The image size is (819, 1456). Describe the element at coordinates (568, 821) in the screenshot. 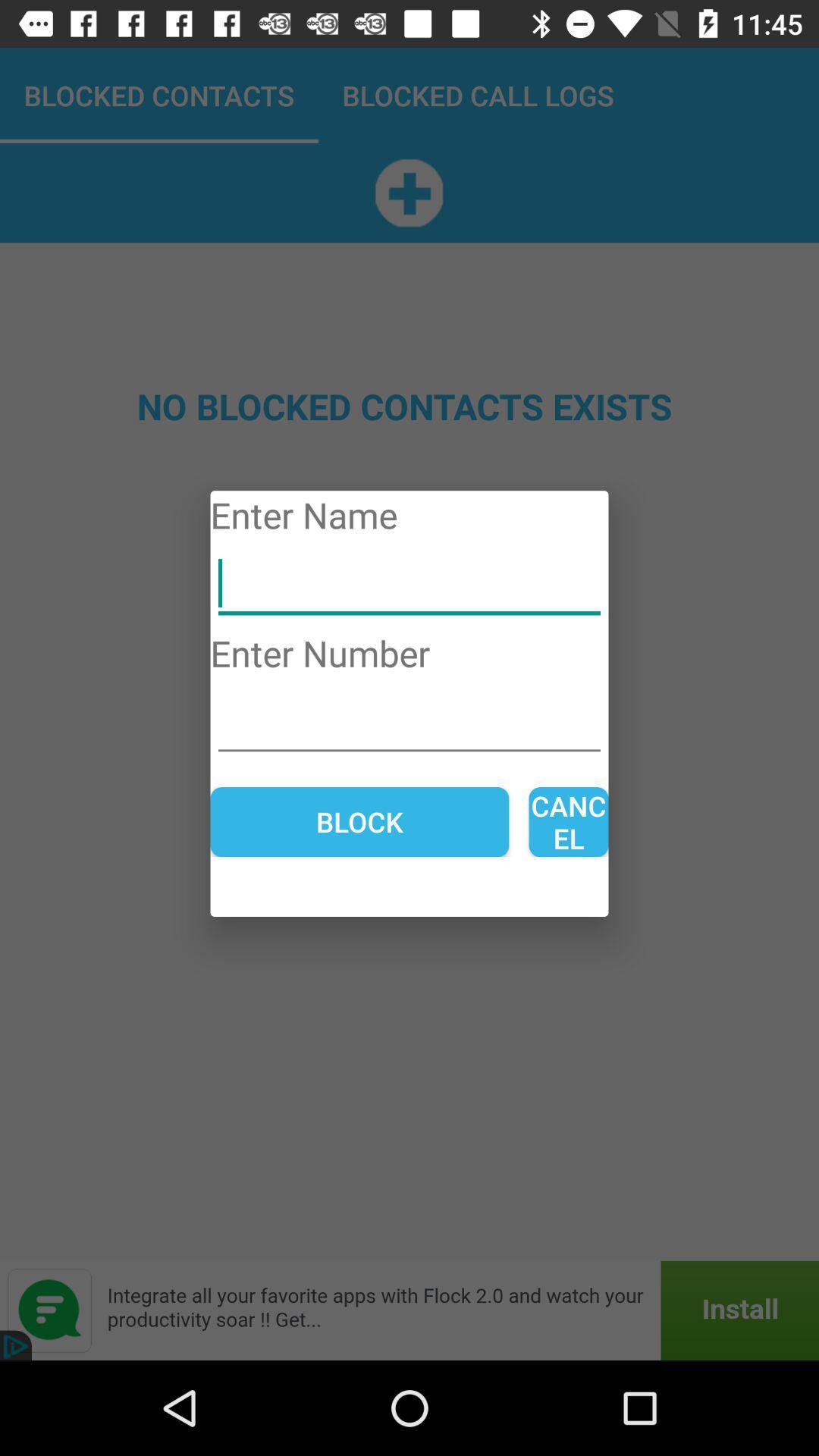

I see `cancel item` at that location.